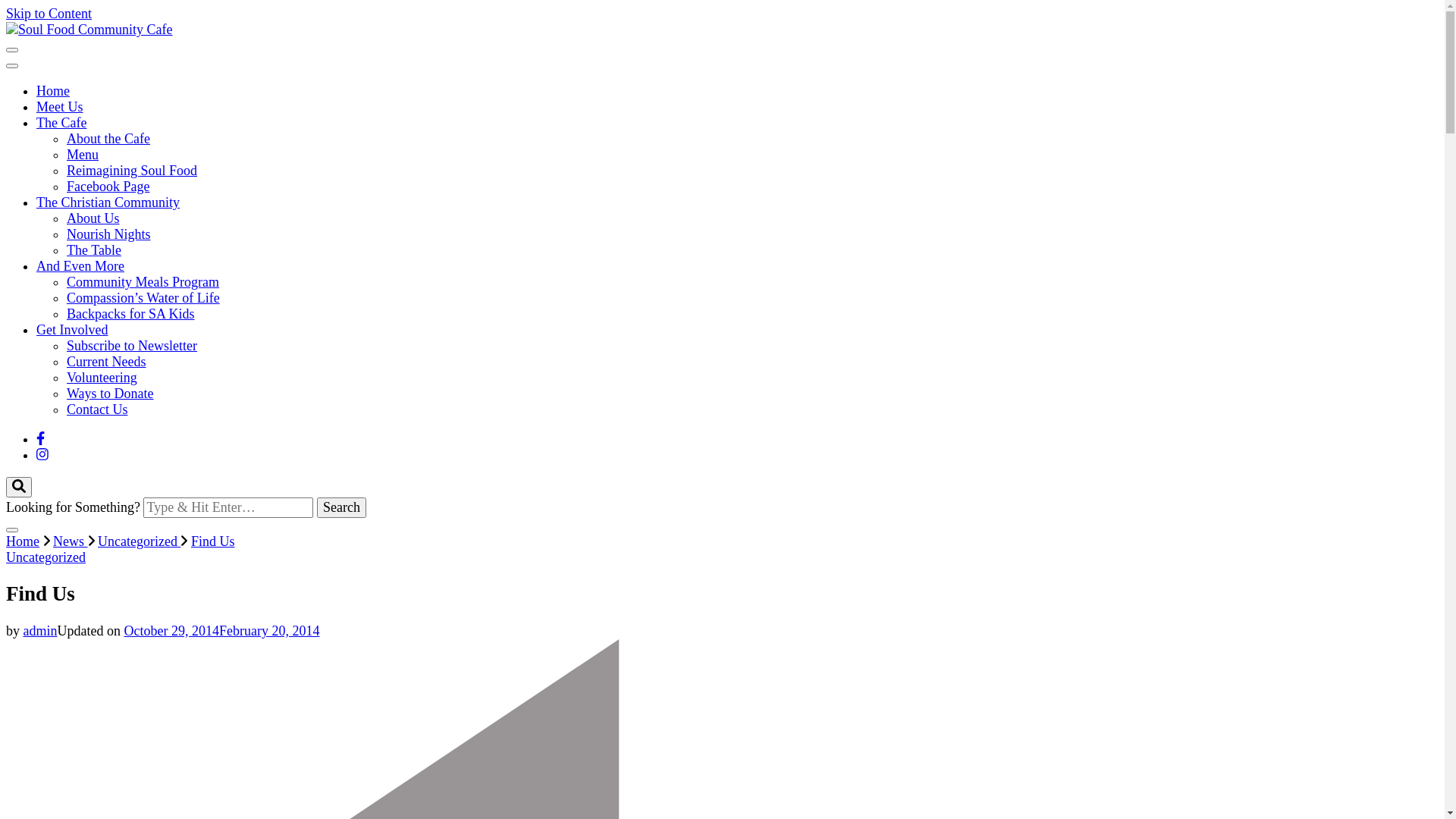 The height and width of the screenshot is (819, 1456). What do you see at coordinates (36, 265) in the screenshot?
I see `'And Even More'` at bounding box center [36, 265].